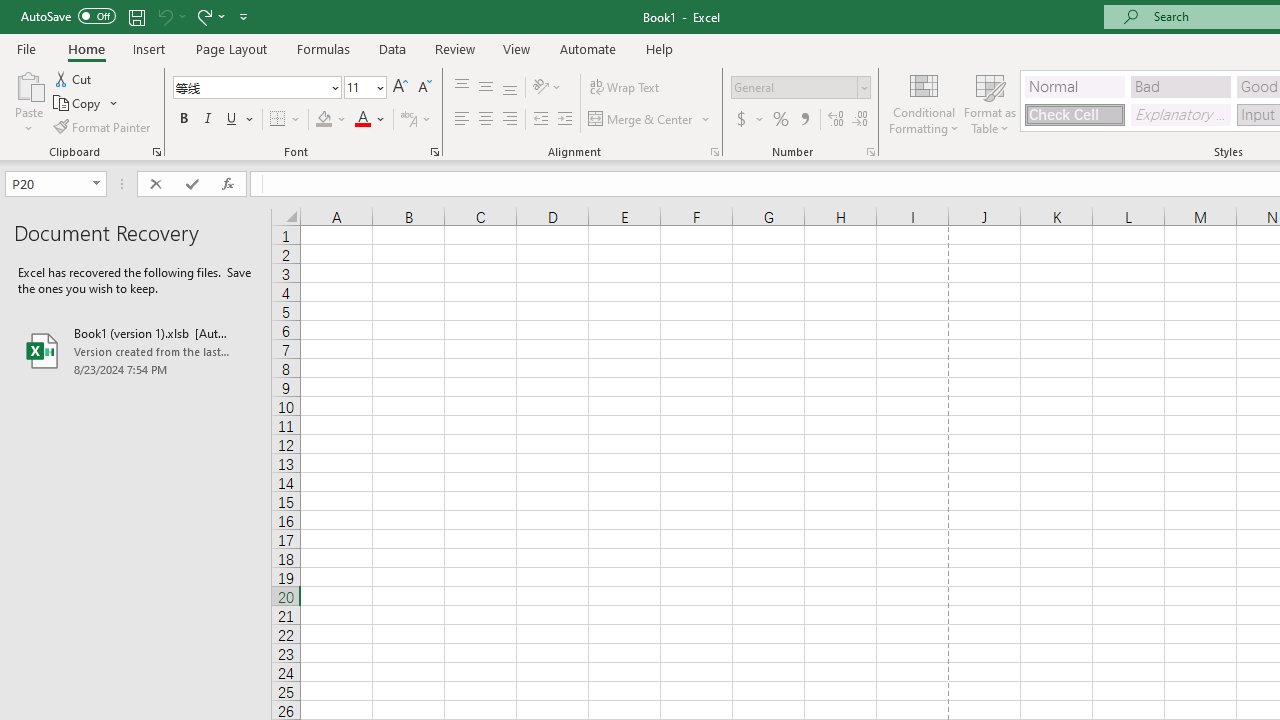 This screenshot has width=1280, height=720. What do you see at coordinates (423, 86) in the screenshot?
I see `'Decrease Font Size'` at bounding box center [423, 86].